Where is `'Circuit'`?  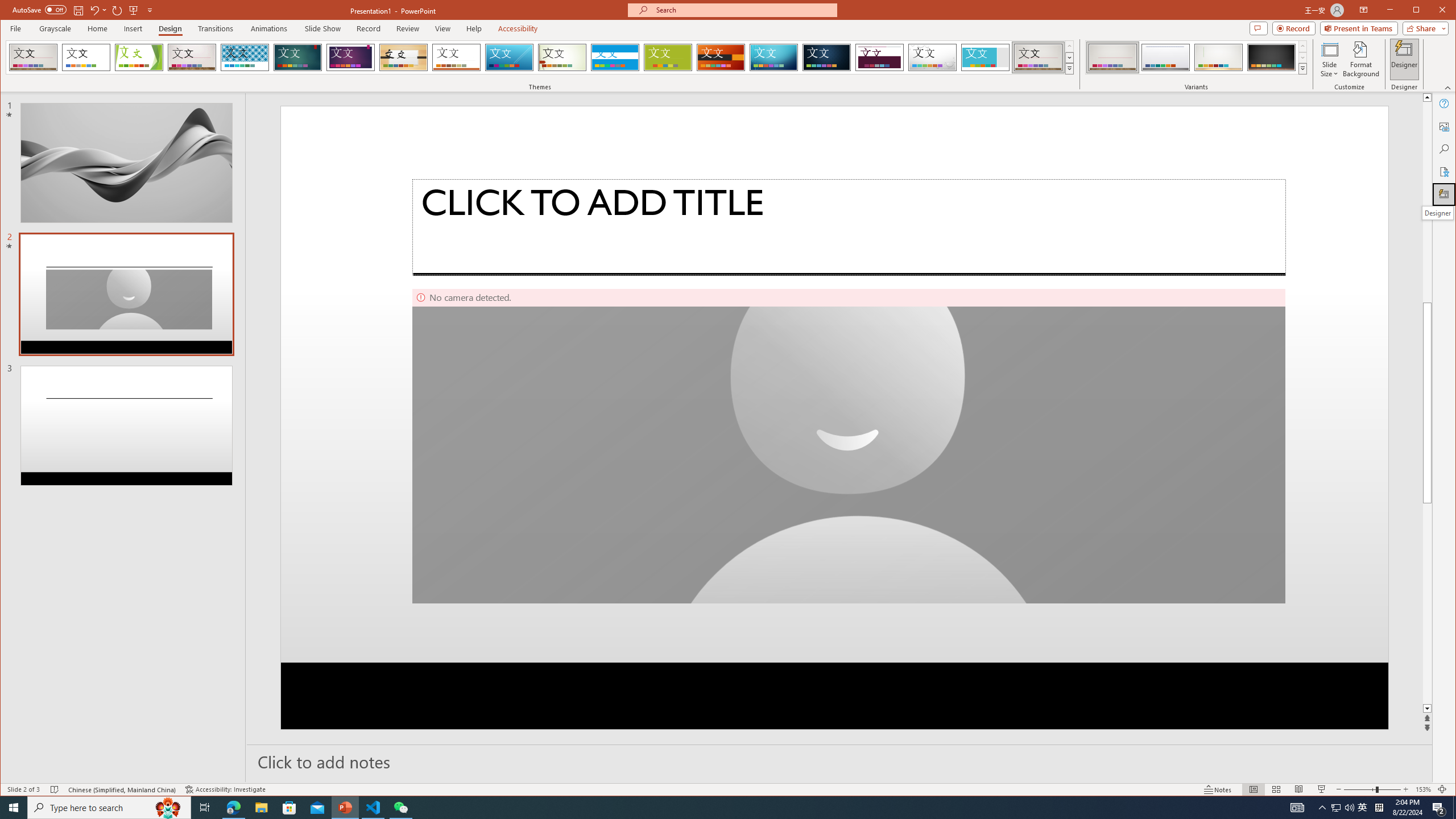 'Circuit' is located at coordinates (773, 57).